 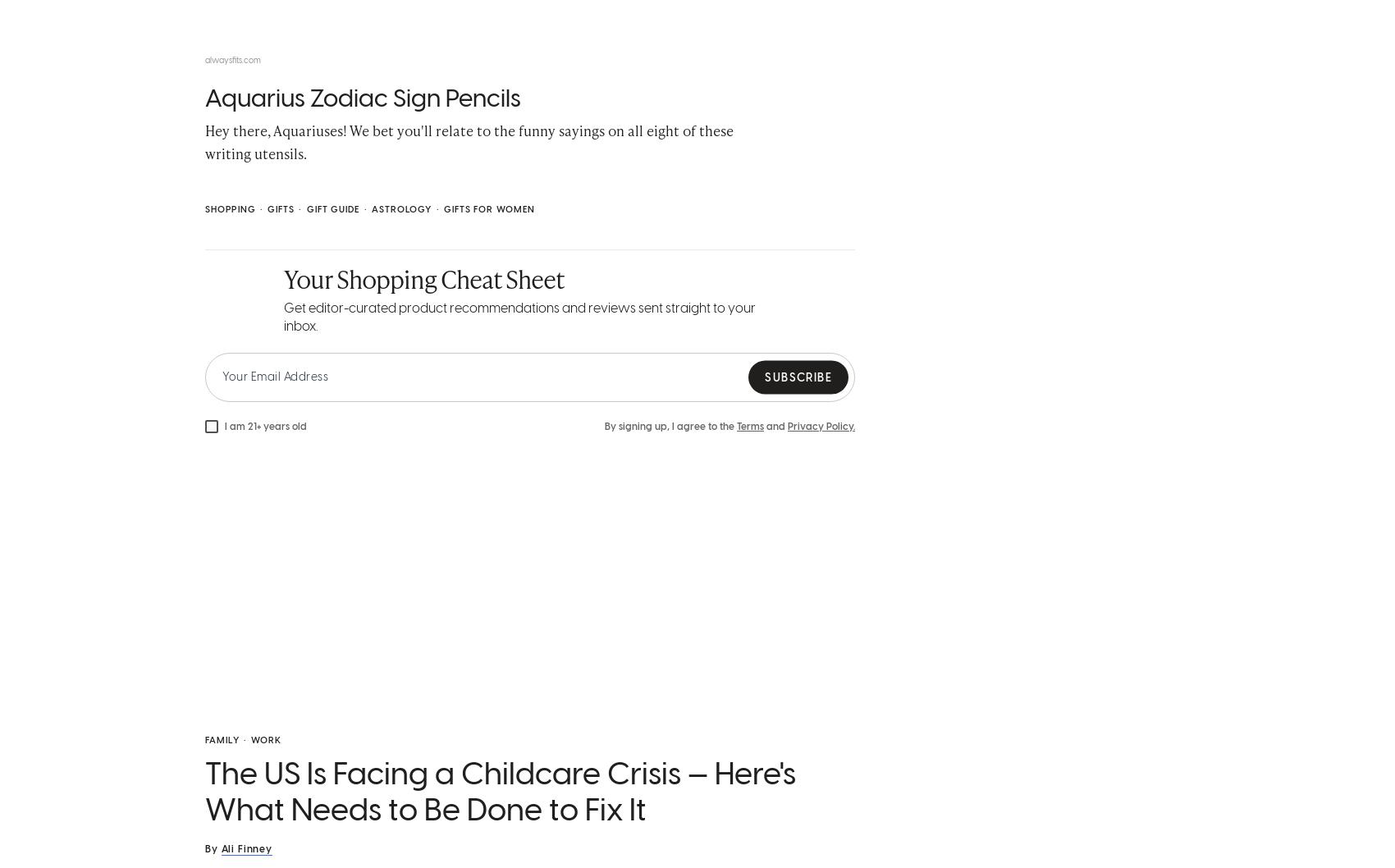 What do you see at coordinates (499, 795) in the screenshot?
I see `'The US Is Facing a Childcare Crisis — Here's What Needs to Be Done to Fix It'` at bounding box center [499, 795].